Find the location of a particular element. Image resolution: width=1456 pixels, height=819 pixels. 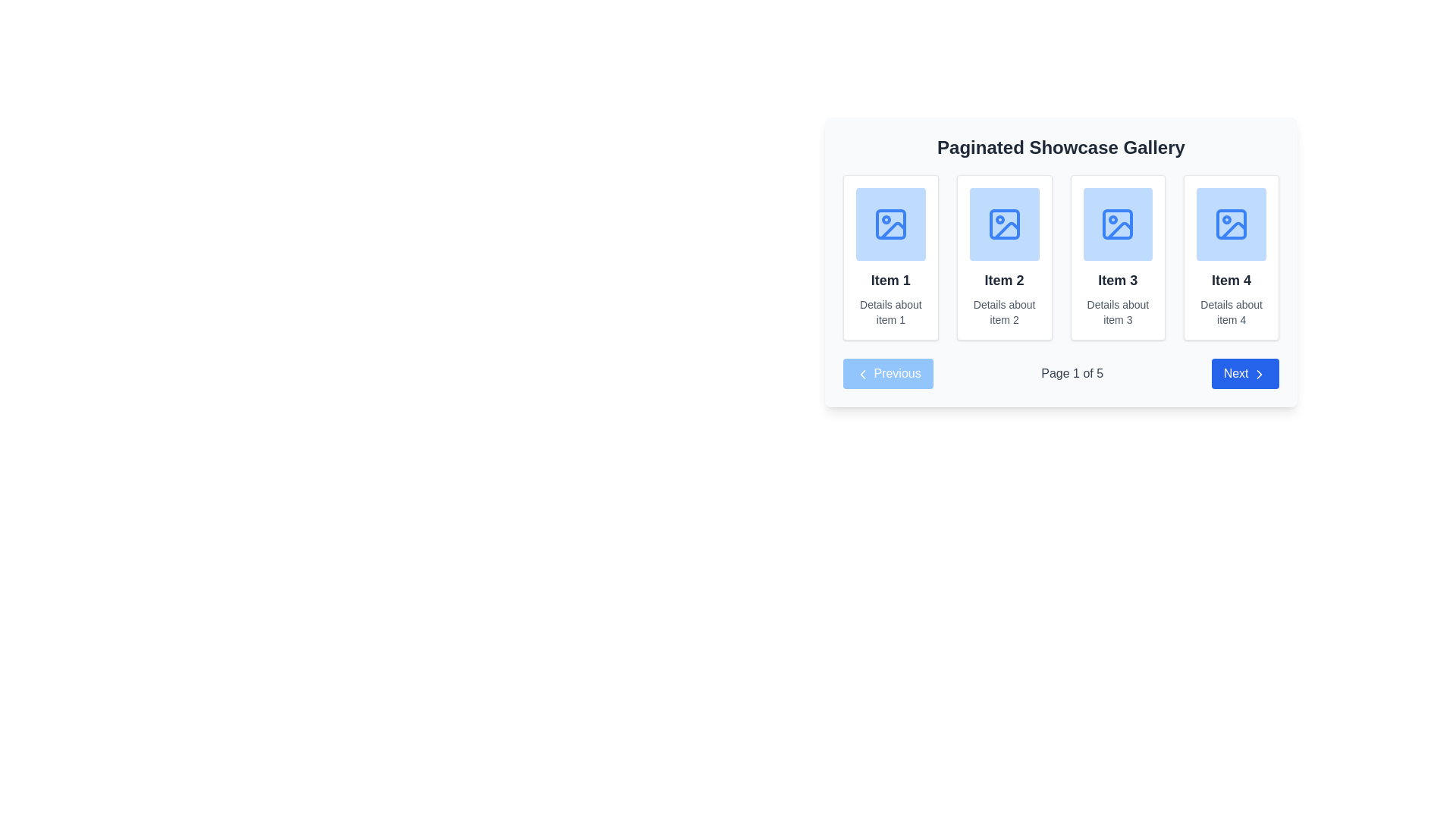

the chevron-right icon located within the 'Next' button at the lower right corner of the interface is located at coordinates (1259, 374).